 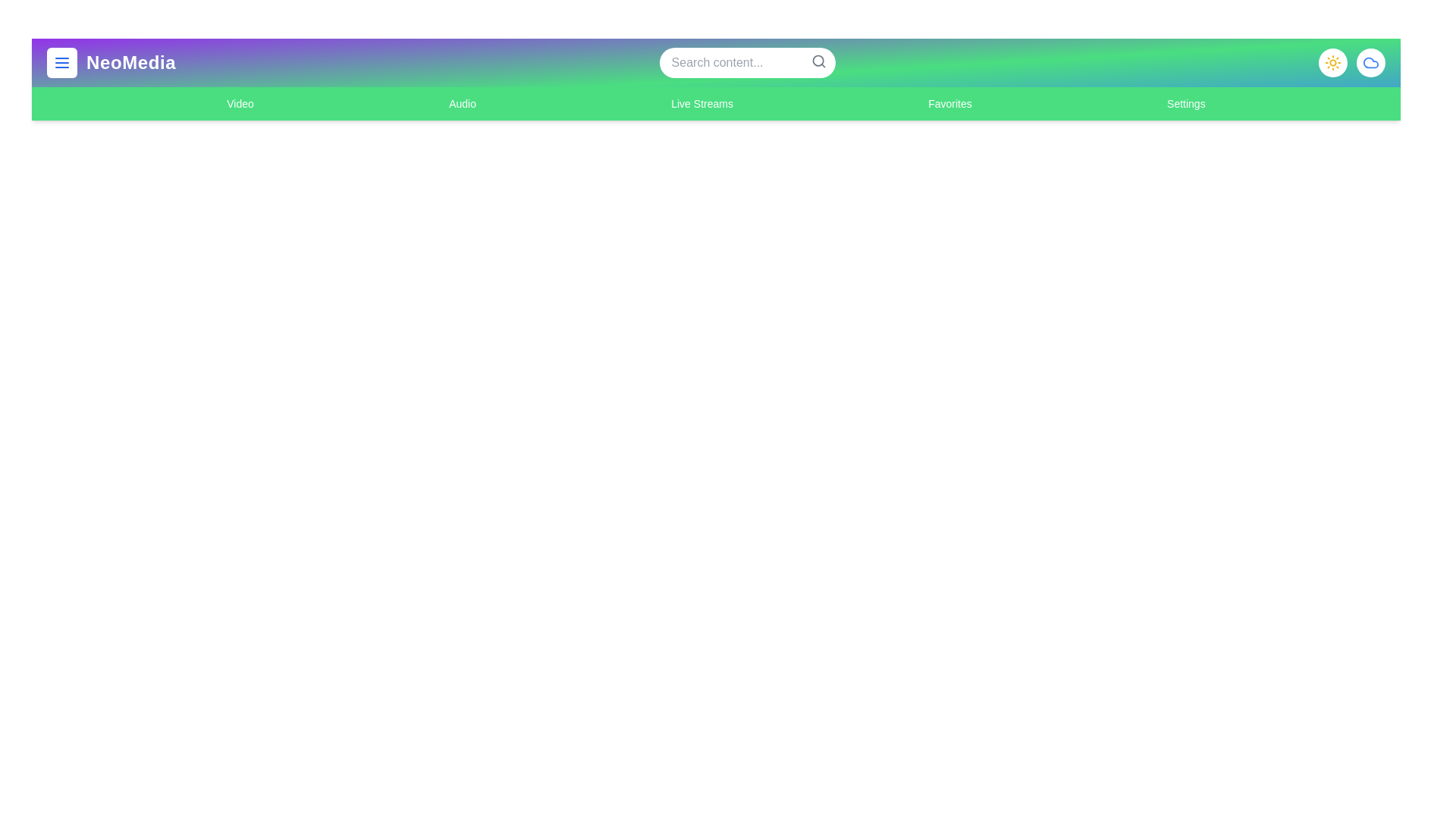 What do you see at coordinates (239, 103) in the screenshot?
I see `the navigation link labeled Video` at bounding box center [239, 103].